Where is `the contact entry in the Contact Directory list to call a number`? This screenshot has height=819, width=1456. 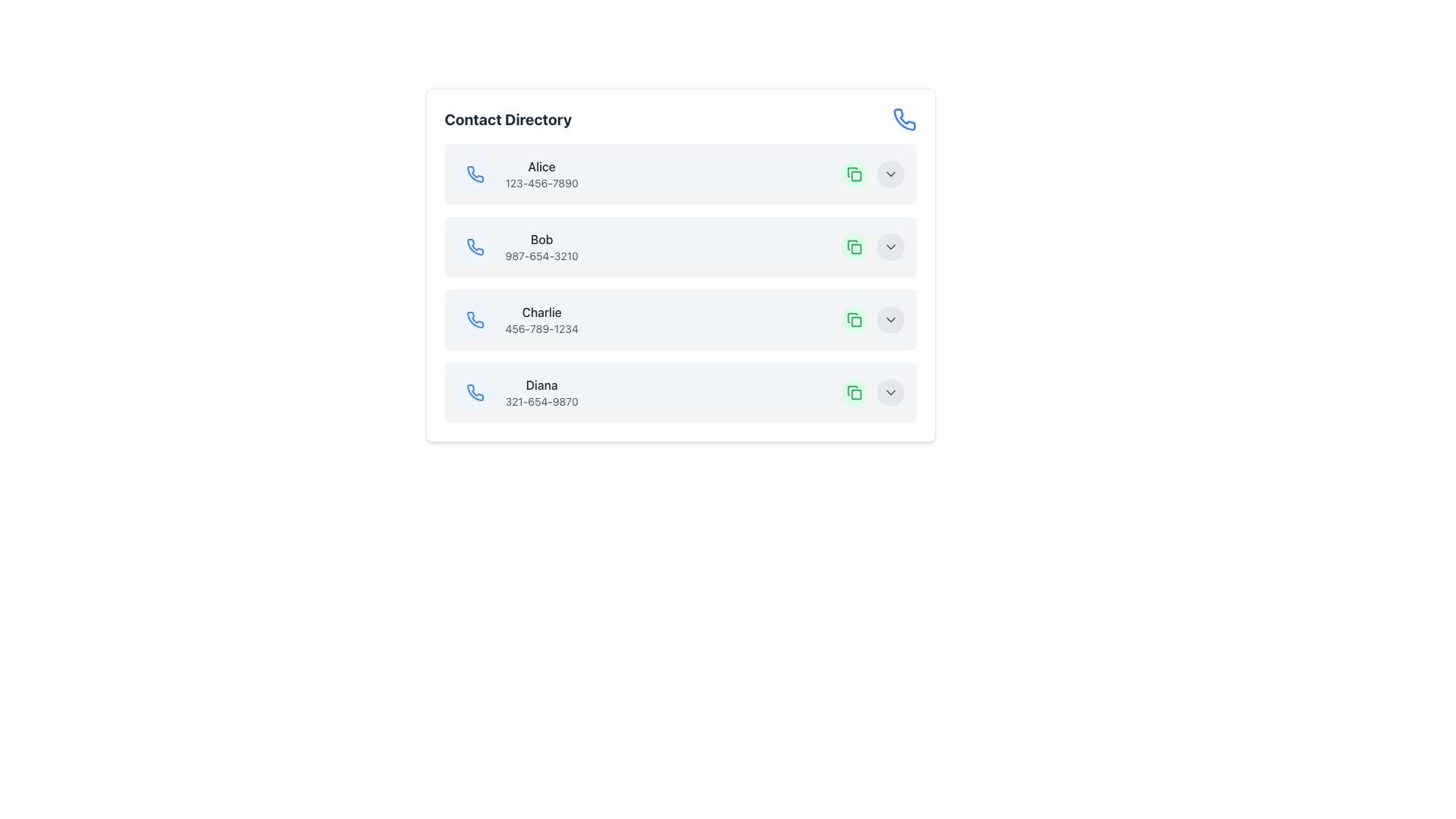 the contact entry in the Contact Directory list to call a number is located at coordinates (679, 284).